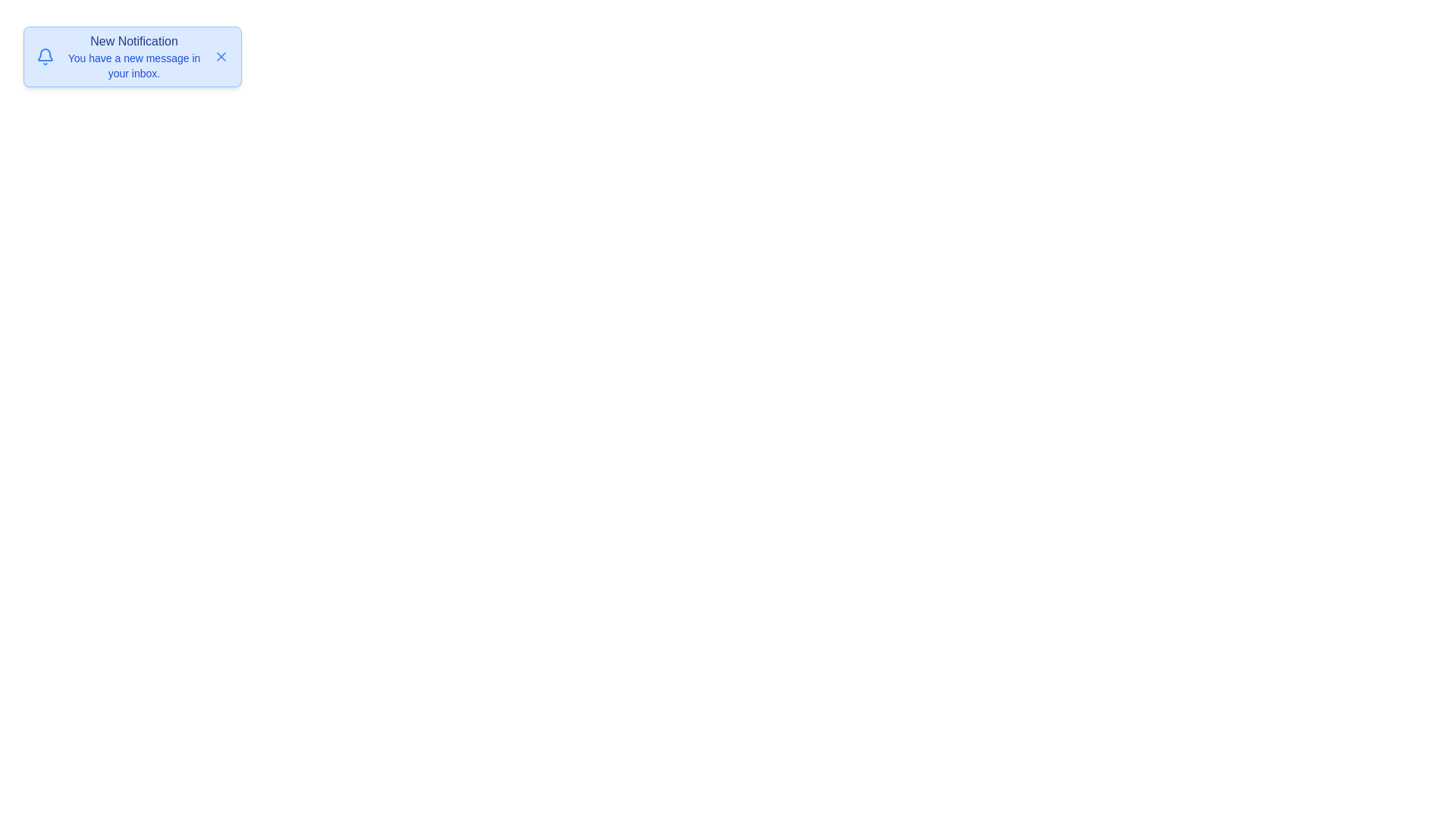 The image size is (1456, 819). I want to click on the close button represented as an 'X' in the top right corner of the notification card, so click(221, 55).